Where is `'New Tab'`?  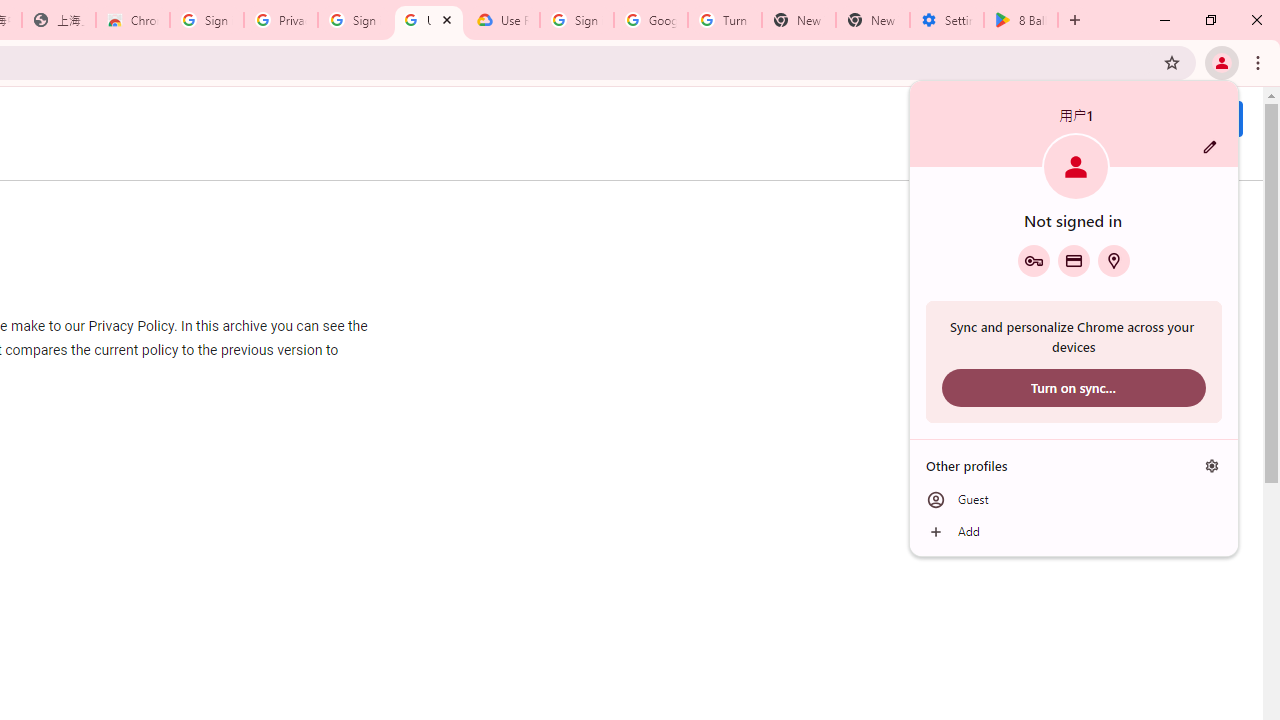 'New Tab' is located at coordinates (872, 20).